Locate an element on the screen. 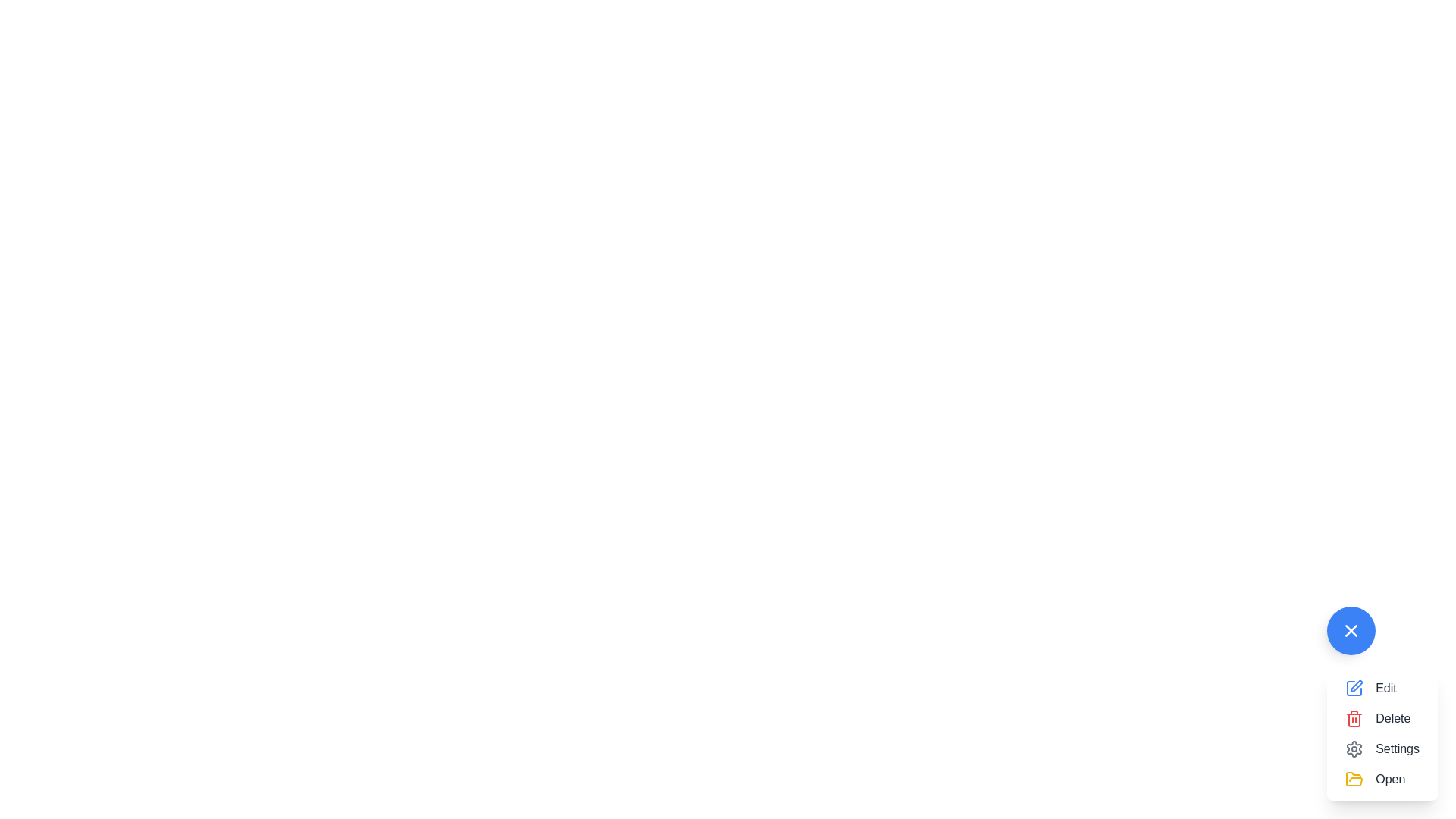  the interactive button with text and icon located as the last item in the vertical list, directly below the 'Settings' option is located at coordinates (1382, 780).